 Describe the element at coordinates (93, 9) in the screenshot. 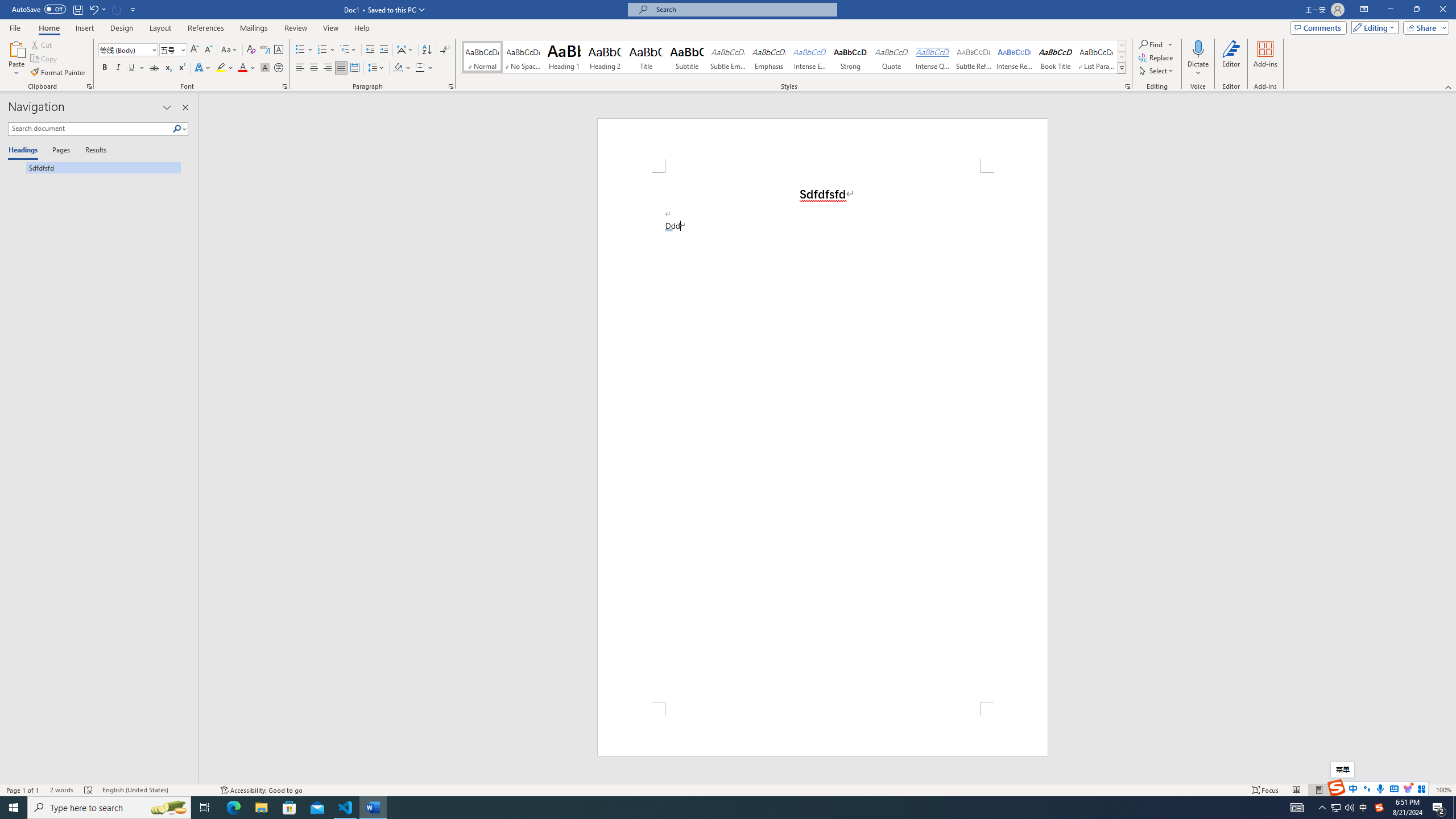

I see `'Undo AutoCorrect'` at that location.